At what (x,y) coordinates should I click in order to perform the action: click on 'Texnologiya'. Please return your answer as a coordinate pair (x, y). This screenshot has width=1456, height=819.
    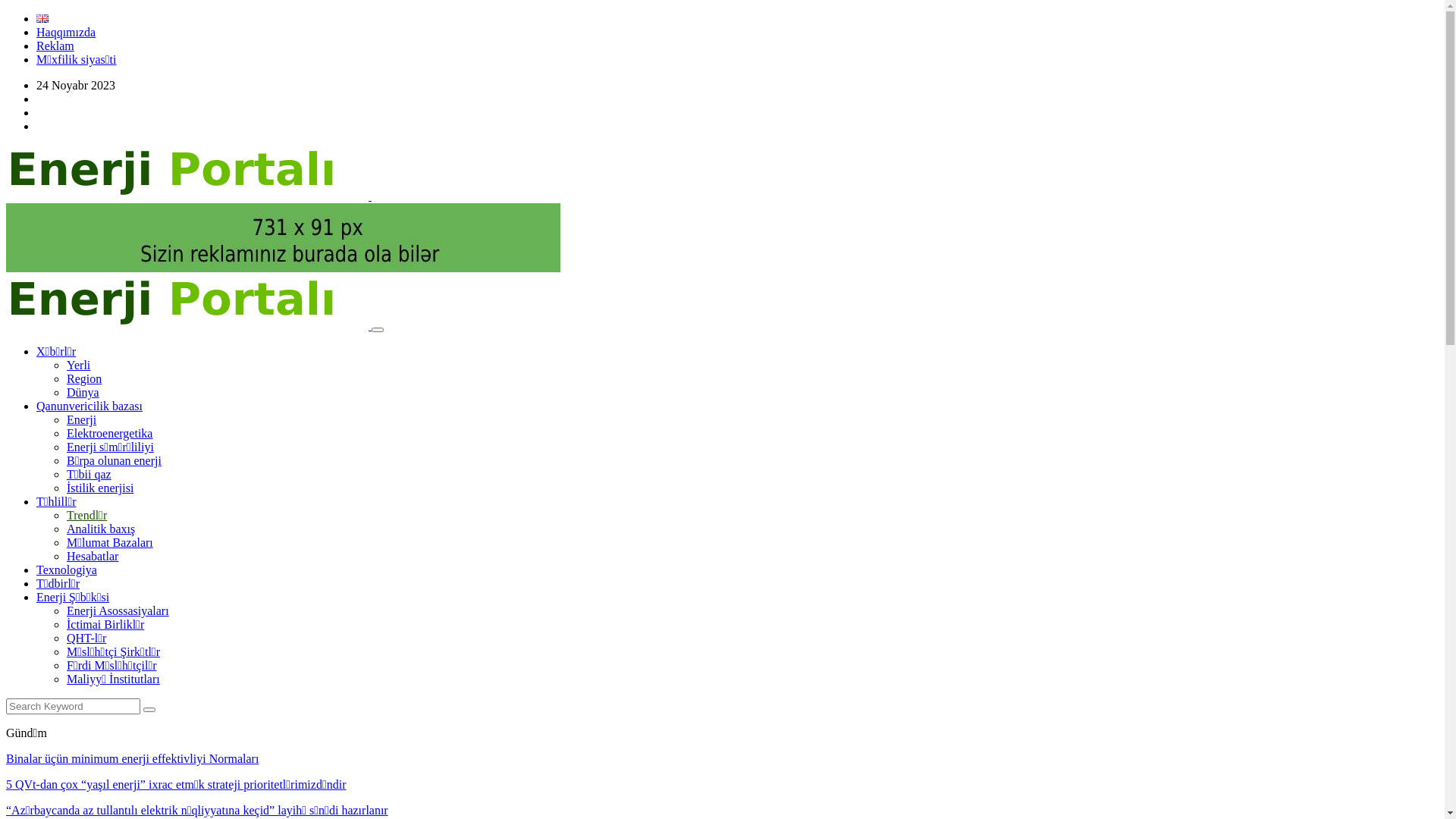
    Looking at the image, I should click on (65, 570).